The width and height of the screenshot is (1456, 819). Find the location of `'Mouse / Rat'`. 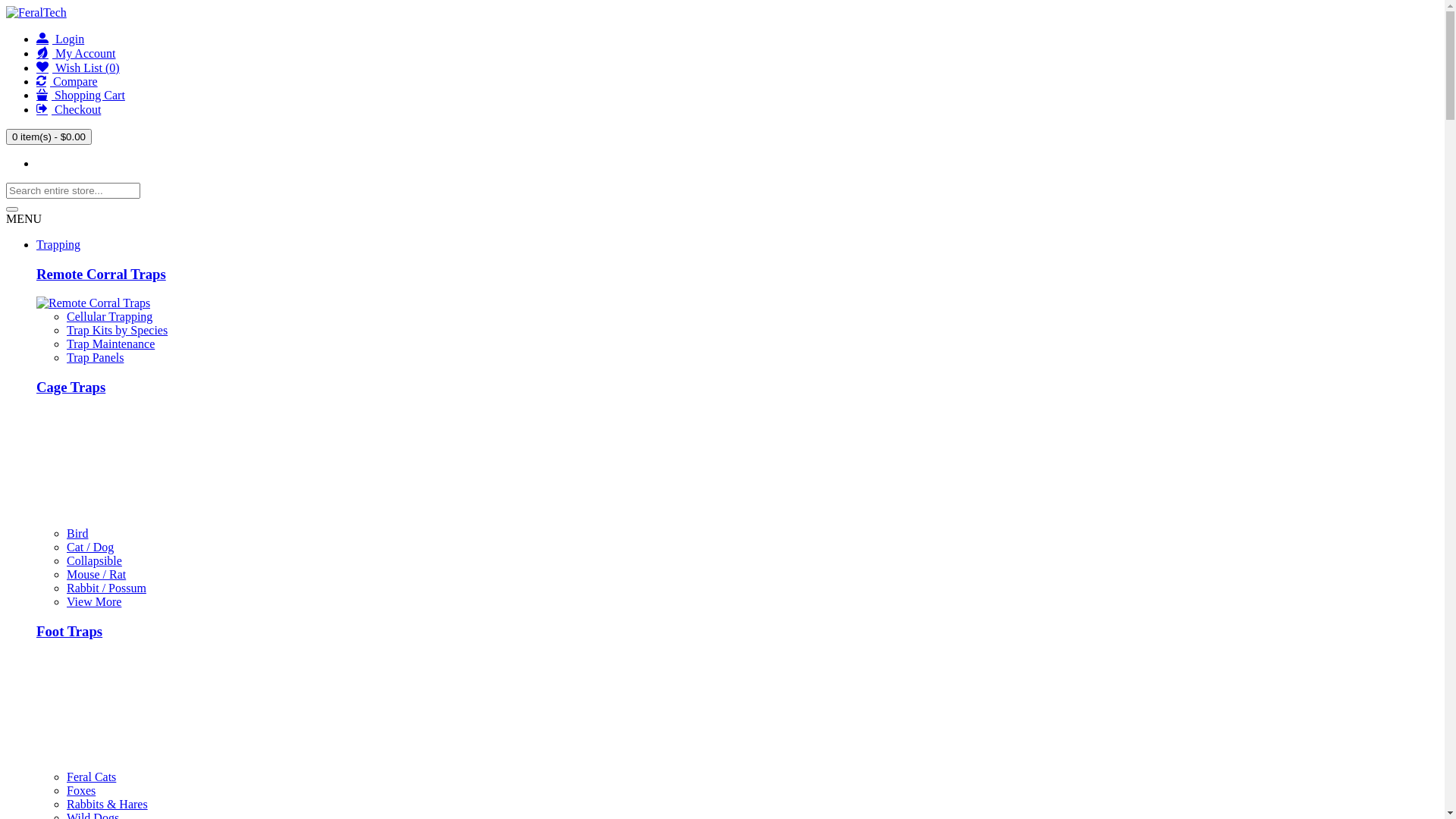

'Mouse / Rat' is located at coordinates (95, 574).